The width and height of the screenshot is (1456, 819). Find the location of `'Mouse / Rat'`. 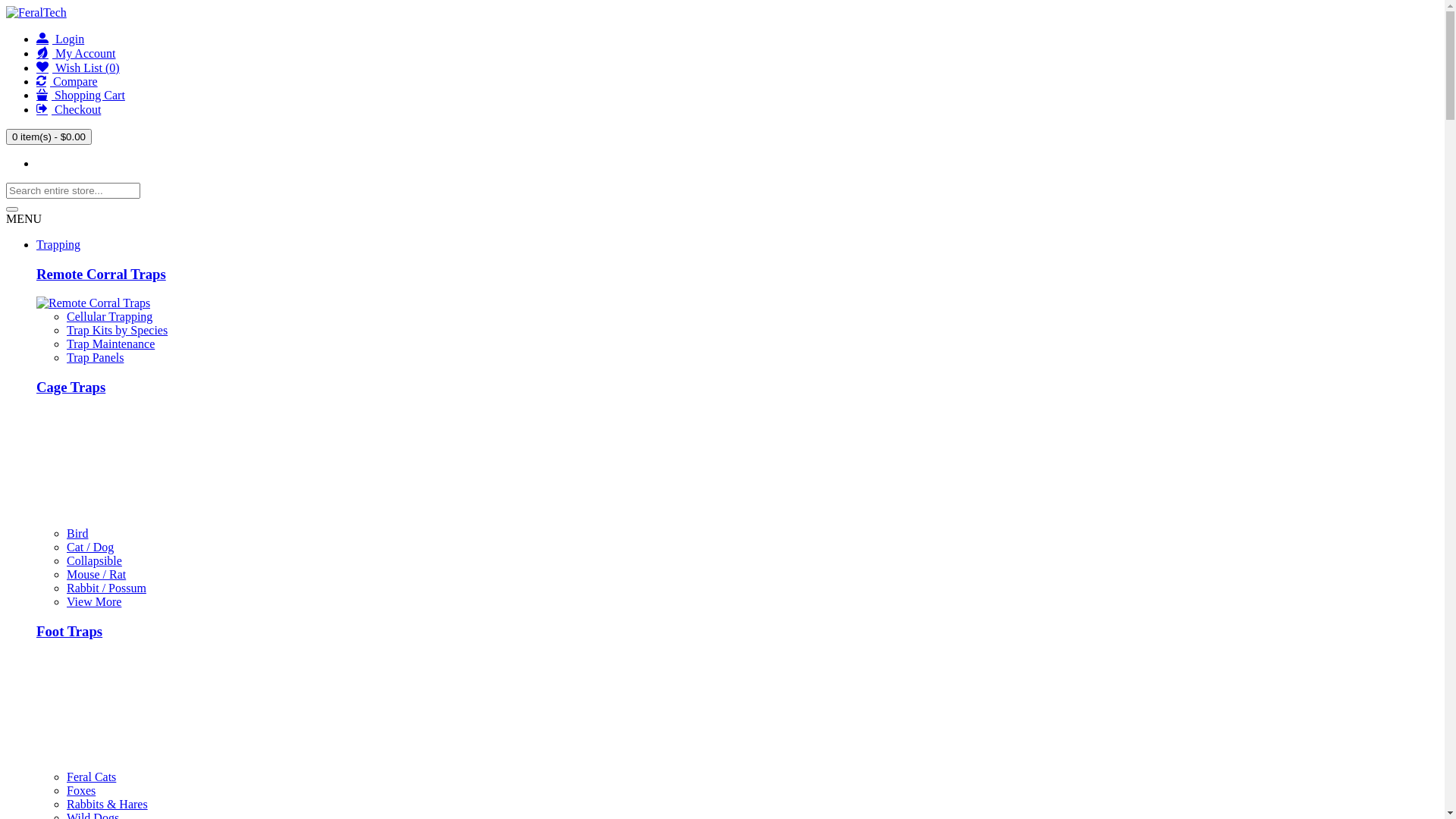

'Mouse / Rat' is located at coordinates (95, 574).